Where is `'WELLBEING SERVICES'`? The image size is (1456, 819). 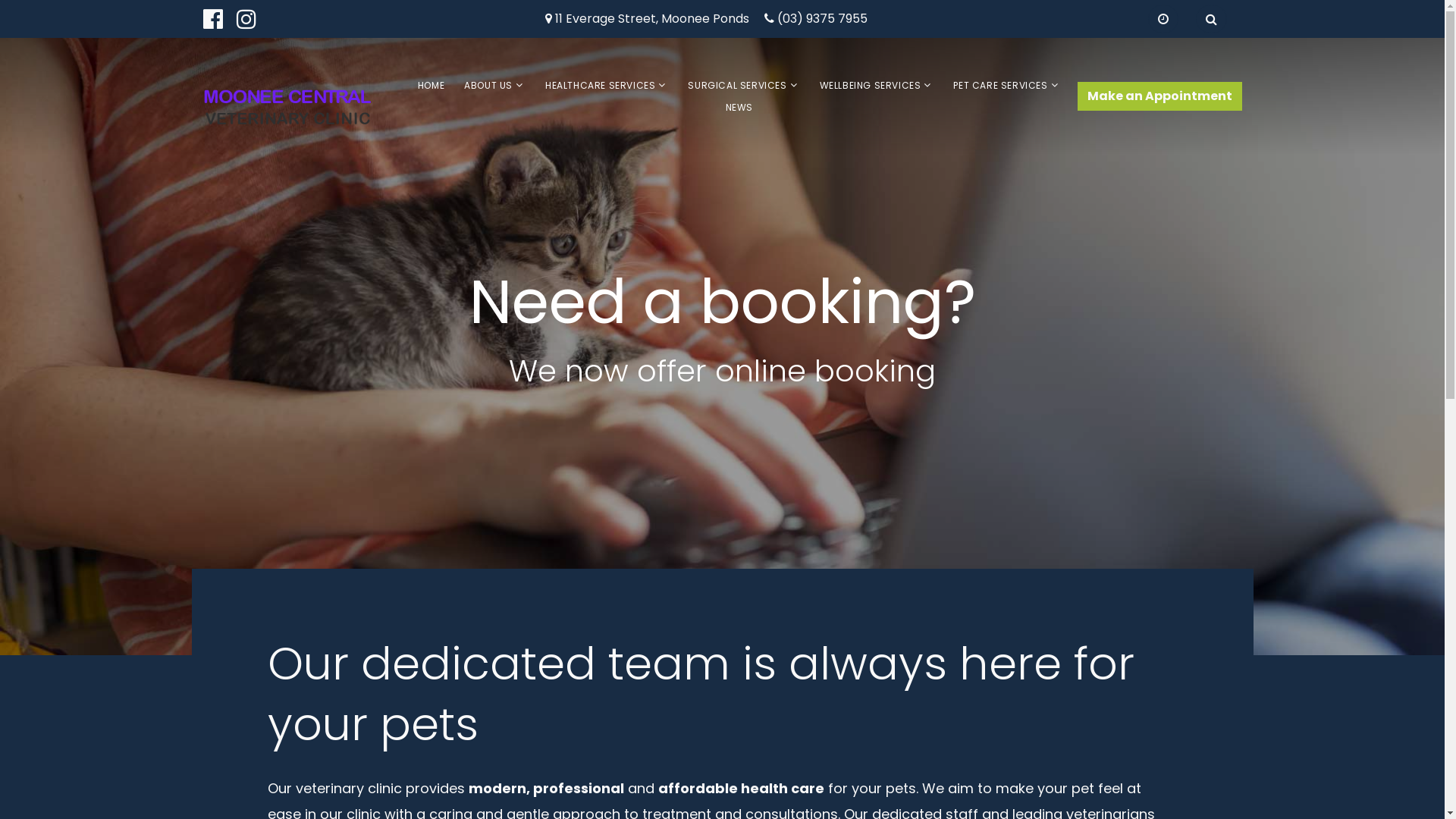 'WELLBEING SERVICES' is located at coordinates (818, 85).